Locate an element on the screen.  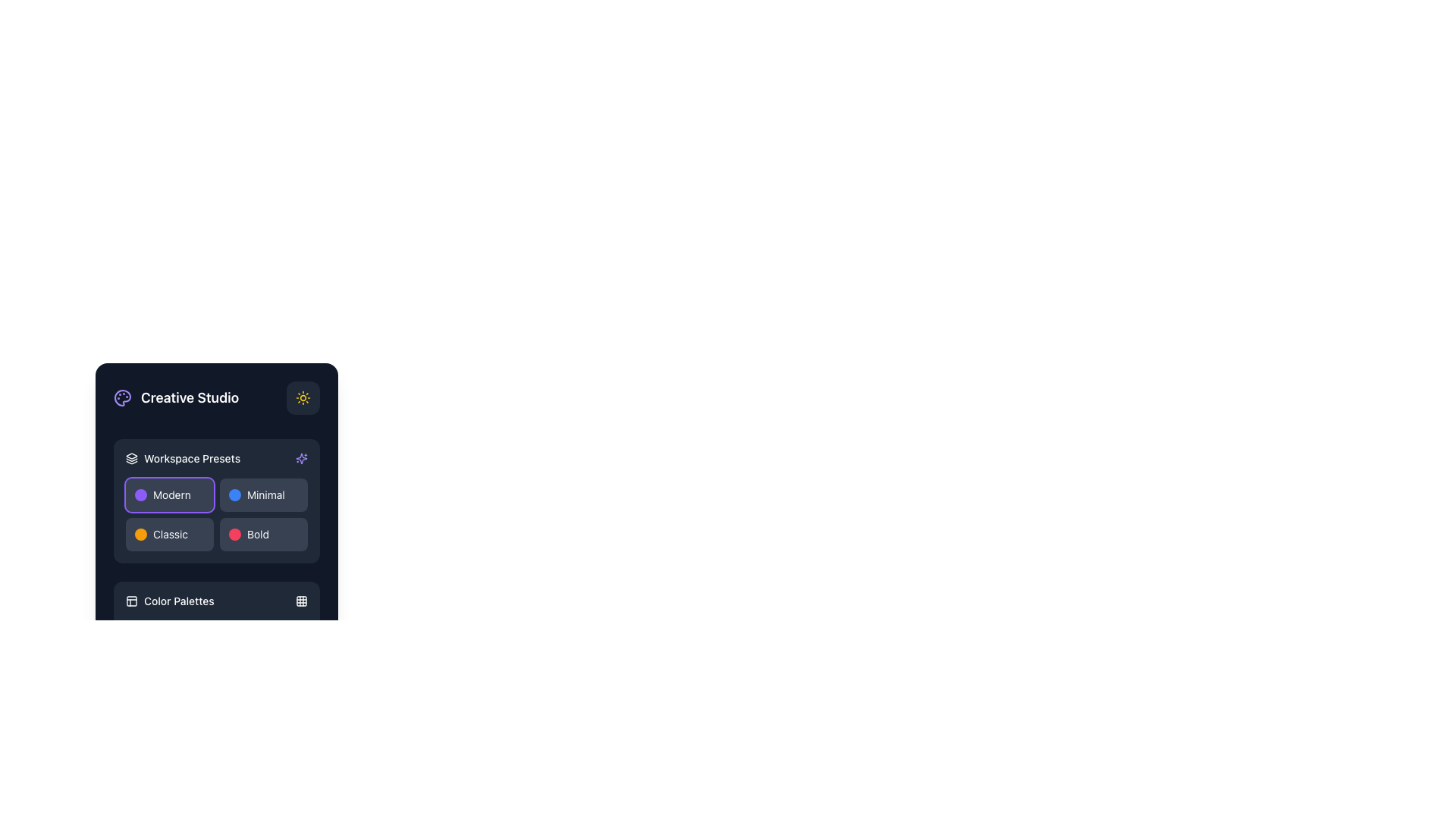
the small circular dot associated with the 'Modern' option in the 'Workspace Presets' section on the main panel is located at coordinates (141, 494).